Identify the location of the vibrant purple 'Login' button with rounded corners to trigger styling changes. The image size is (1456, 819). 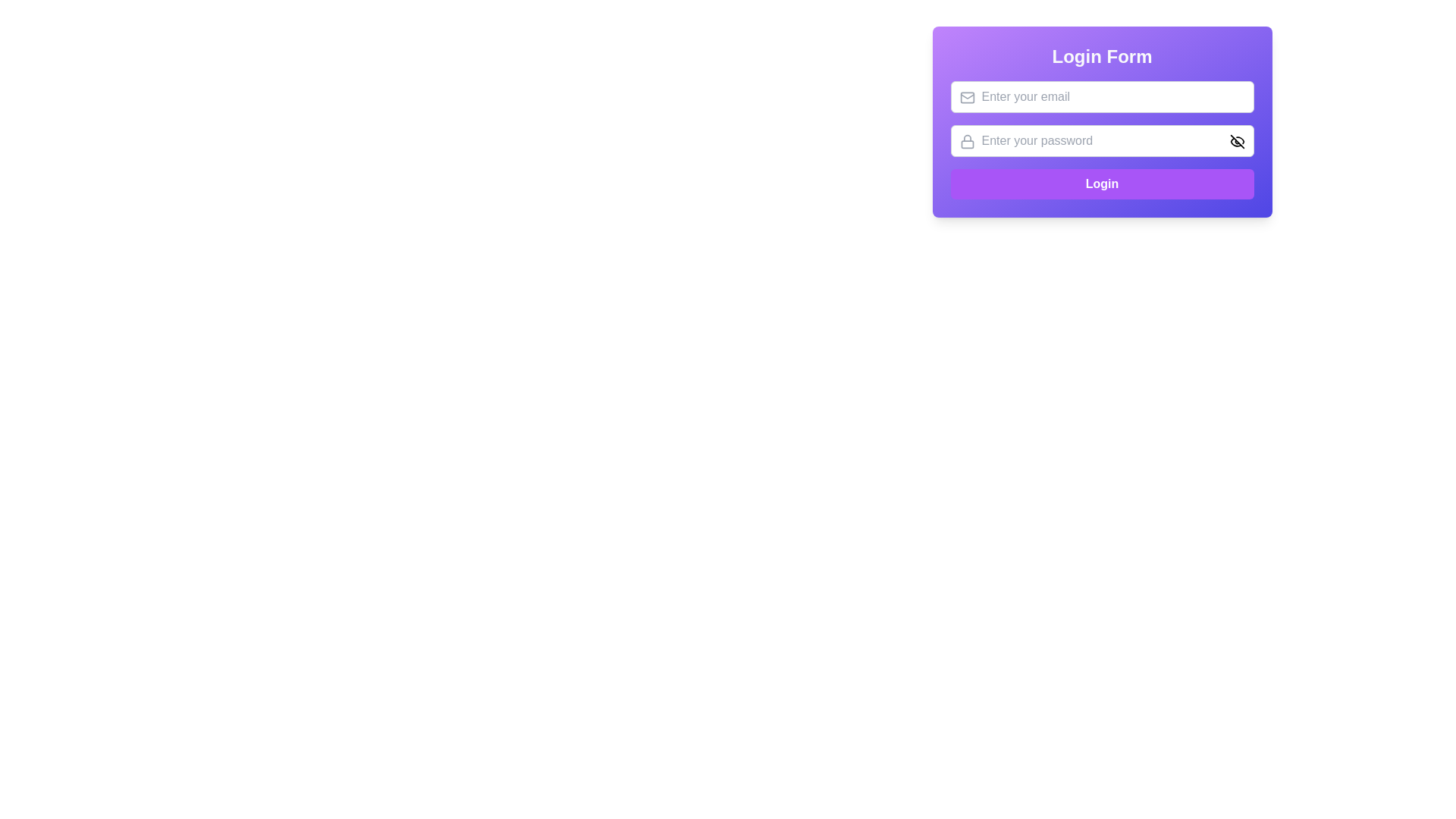
(1102, 184).